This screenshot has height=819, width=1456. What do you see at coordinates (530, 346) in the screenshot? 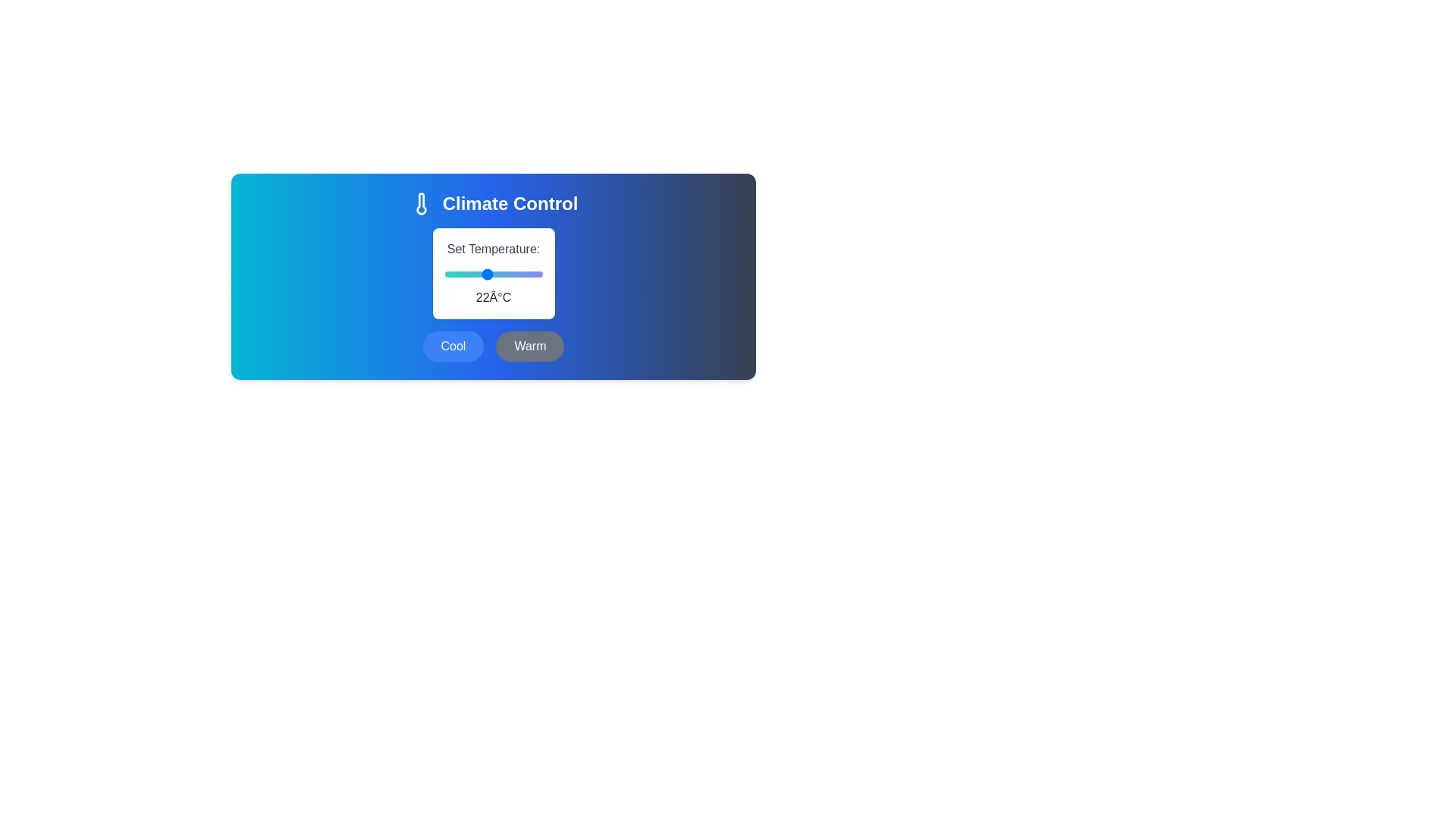
I see `the 'Warm' button with rounded corners and a medium-gray background` at bounding box center [530, 346].